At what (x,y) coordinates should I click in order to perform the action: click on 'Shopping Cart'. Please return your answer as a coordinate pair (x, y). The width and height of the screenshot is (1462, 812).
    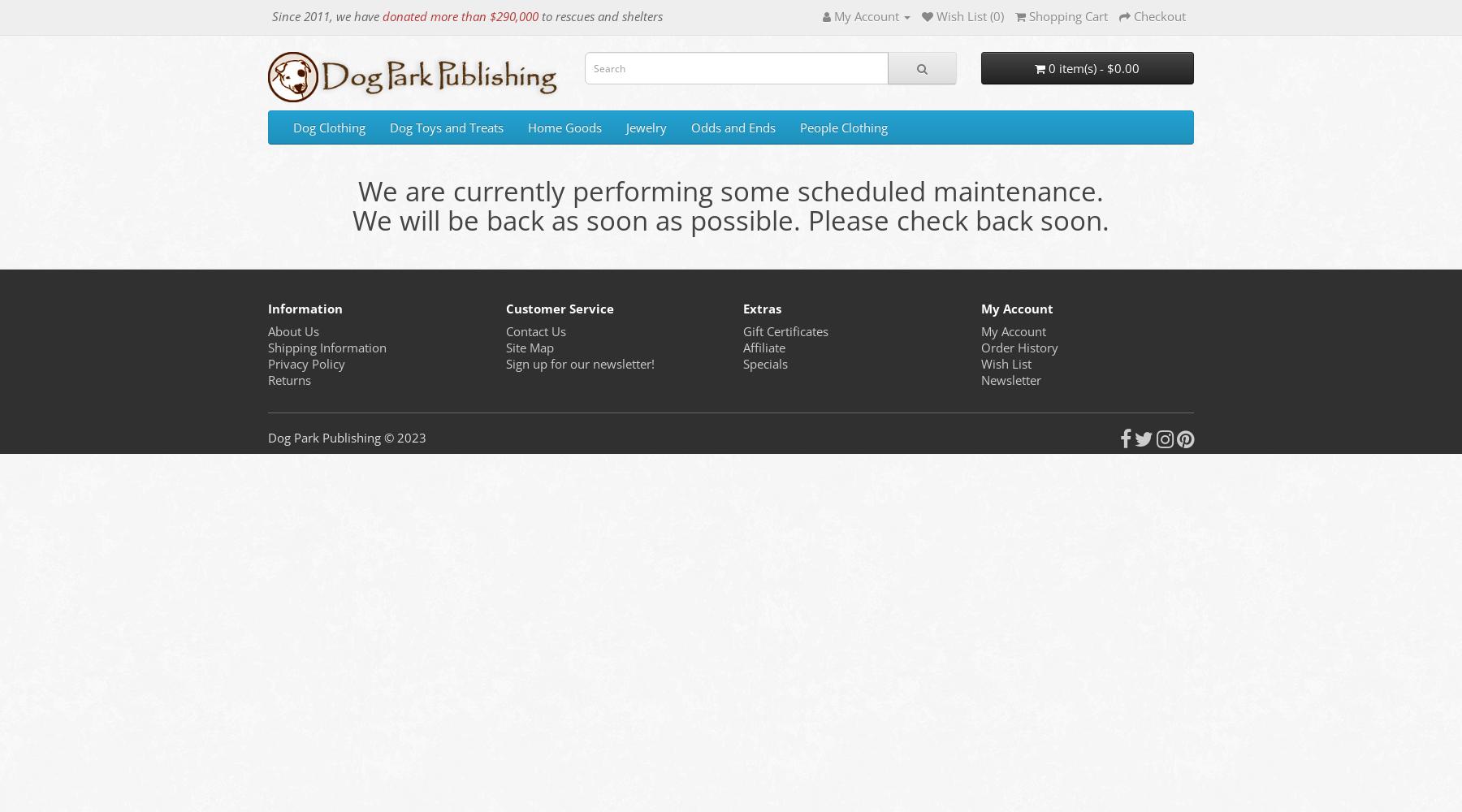
    Looking at the image, I should click on (1029, 16).